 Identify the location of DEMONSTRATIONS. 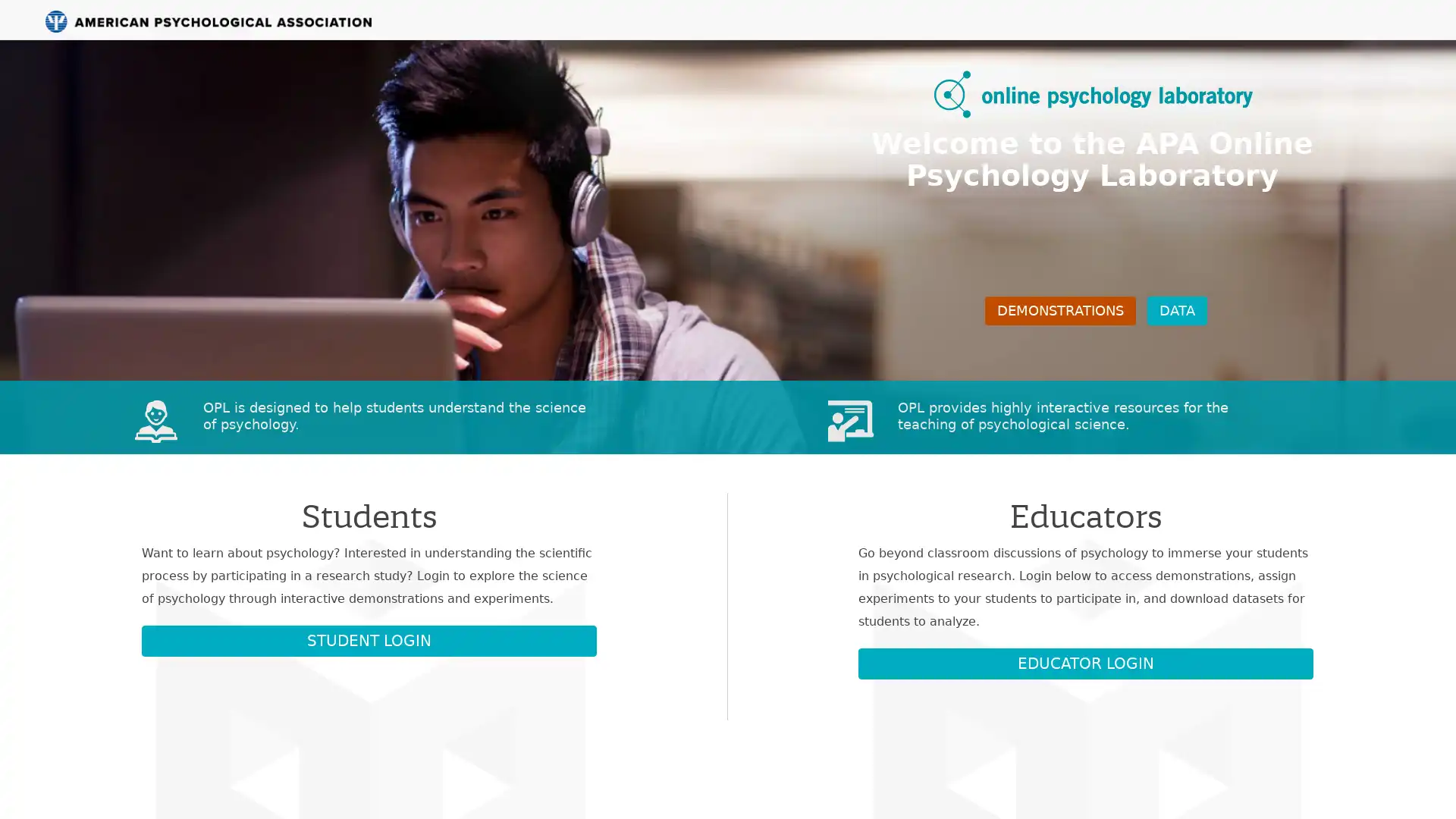
(1059, 309).